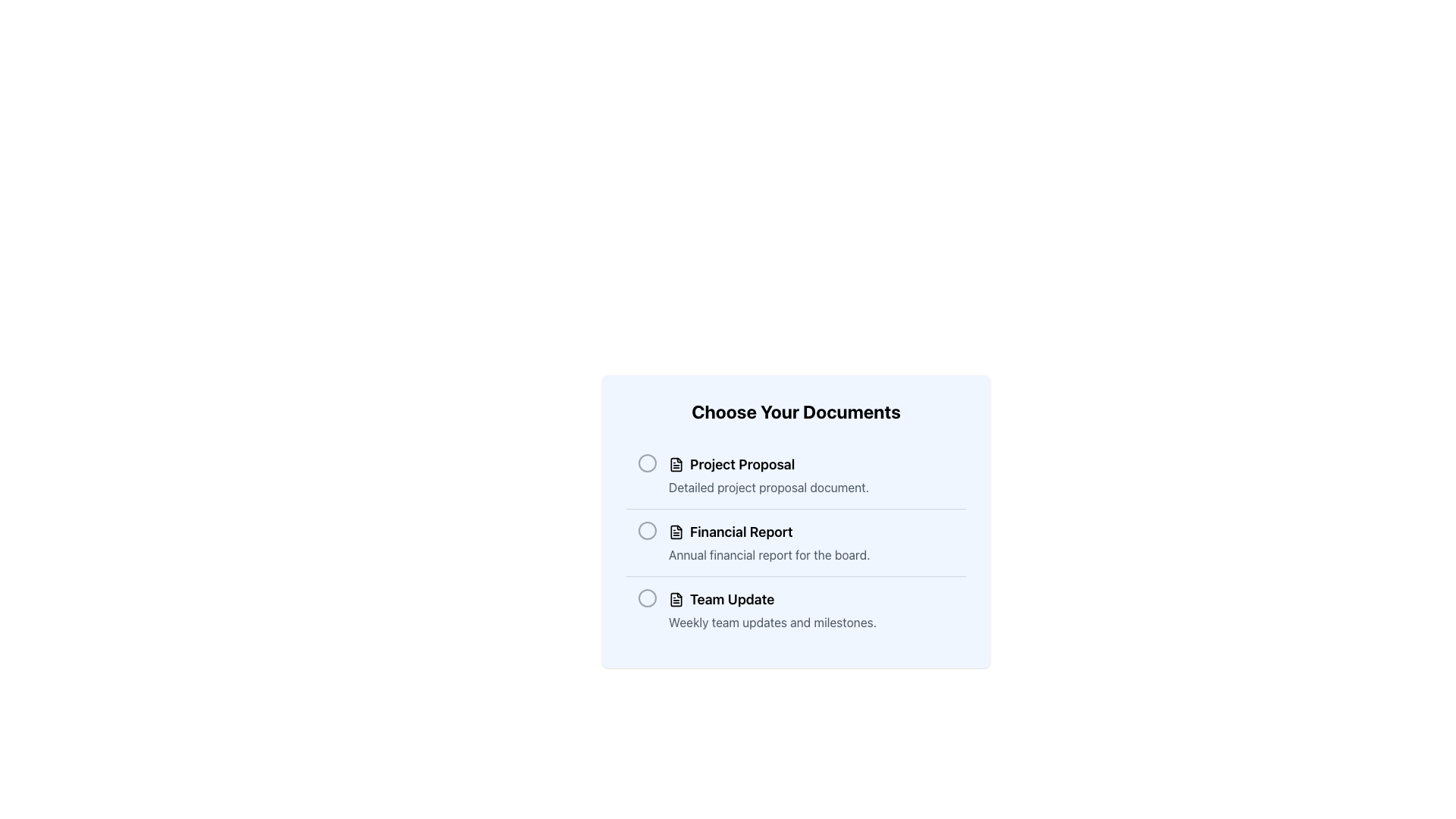 The height and width of the screenshot is (819, 1456). What do you see at coordinates (795, 608) in the screenshot?
I see `the radio button labeled 'Team Update'` at bounding box center [795, 608].